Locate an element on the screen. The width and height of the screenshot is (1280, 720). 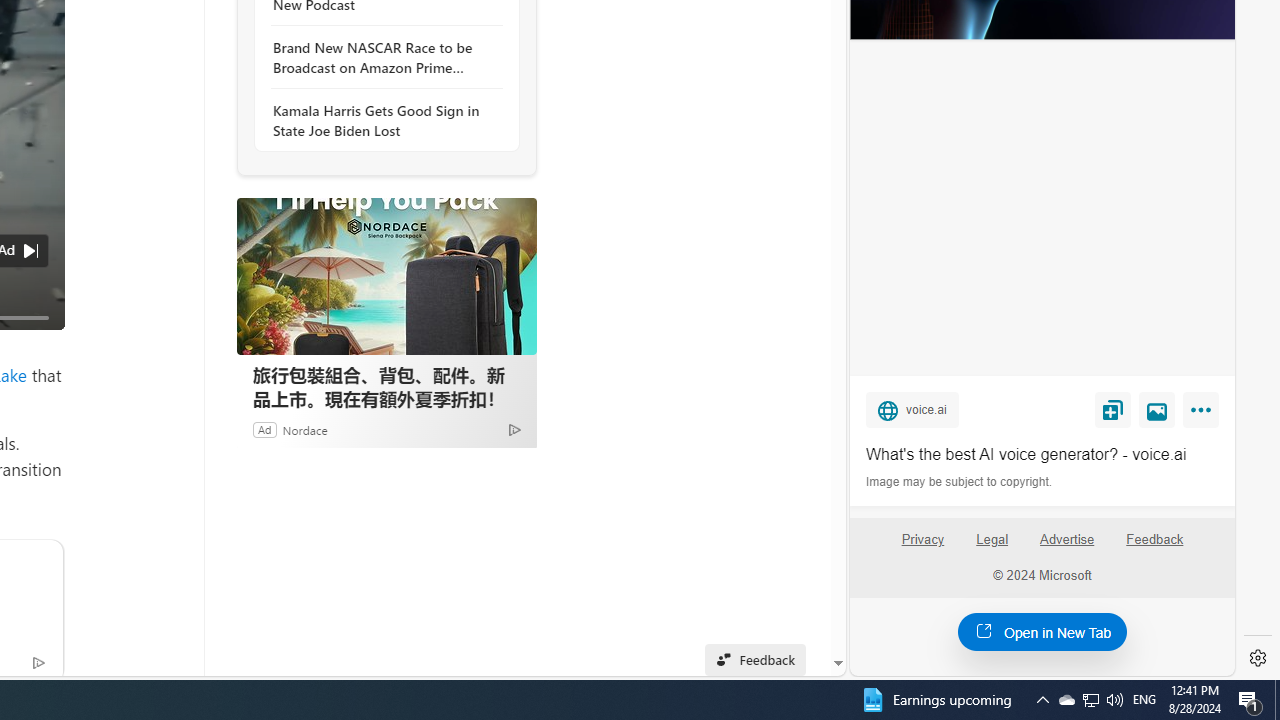
'Open in New Tab' is located at coordinates (1041, 631).